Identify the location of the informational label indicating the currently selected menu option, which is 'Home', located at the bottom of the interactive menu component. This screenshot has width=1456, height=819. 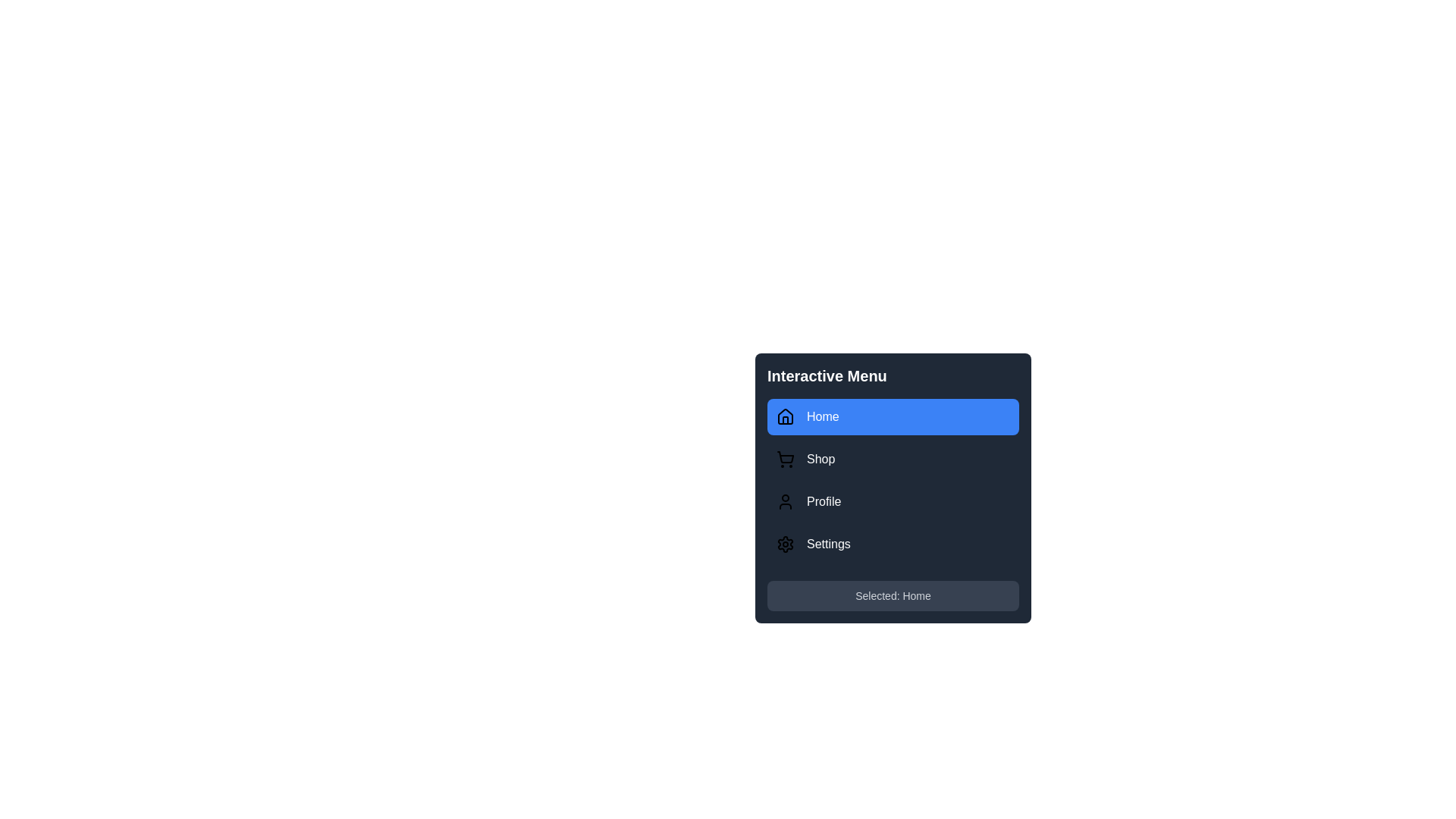
(893, 595).